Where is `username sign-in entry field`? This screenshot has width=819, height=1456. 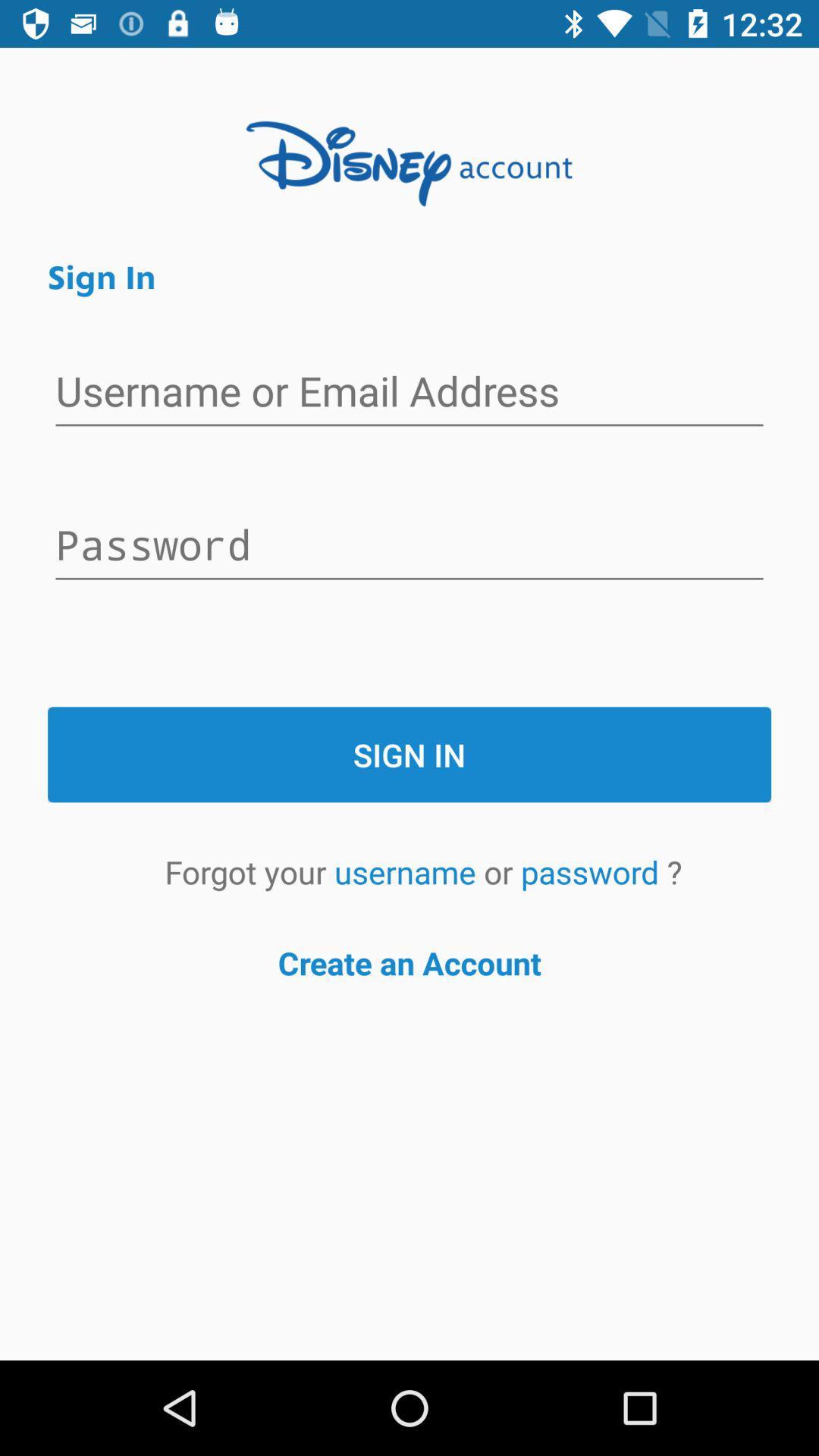
username sign-in entry field is located at coordinates (409, 393).